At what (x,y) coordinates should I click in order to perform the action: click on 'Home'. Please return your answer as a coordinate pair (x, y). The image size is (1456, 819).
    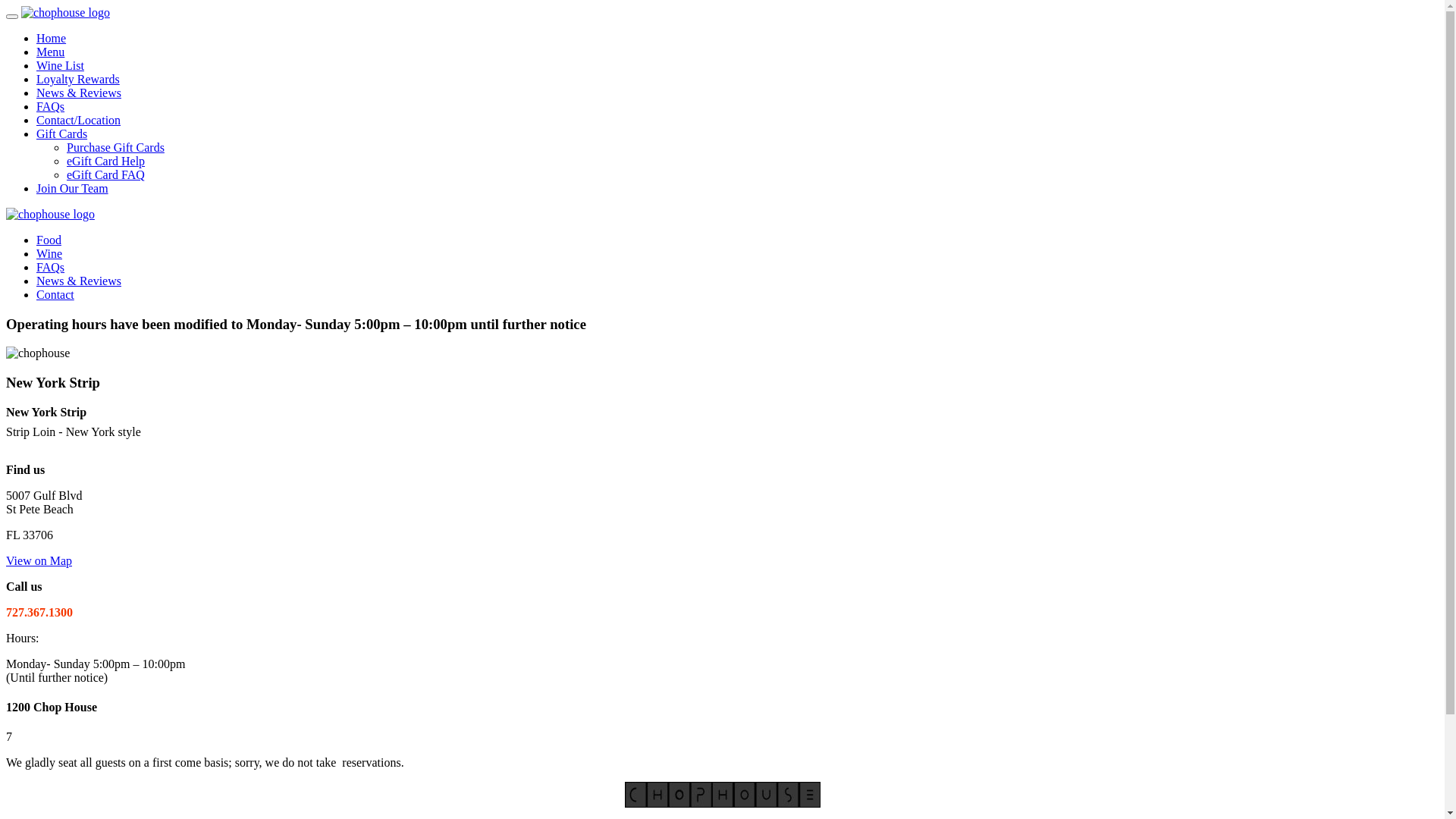
    Looking at the image, I should click on (51, 37).